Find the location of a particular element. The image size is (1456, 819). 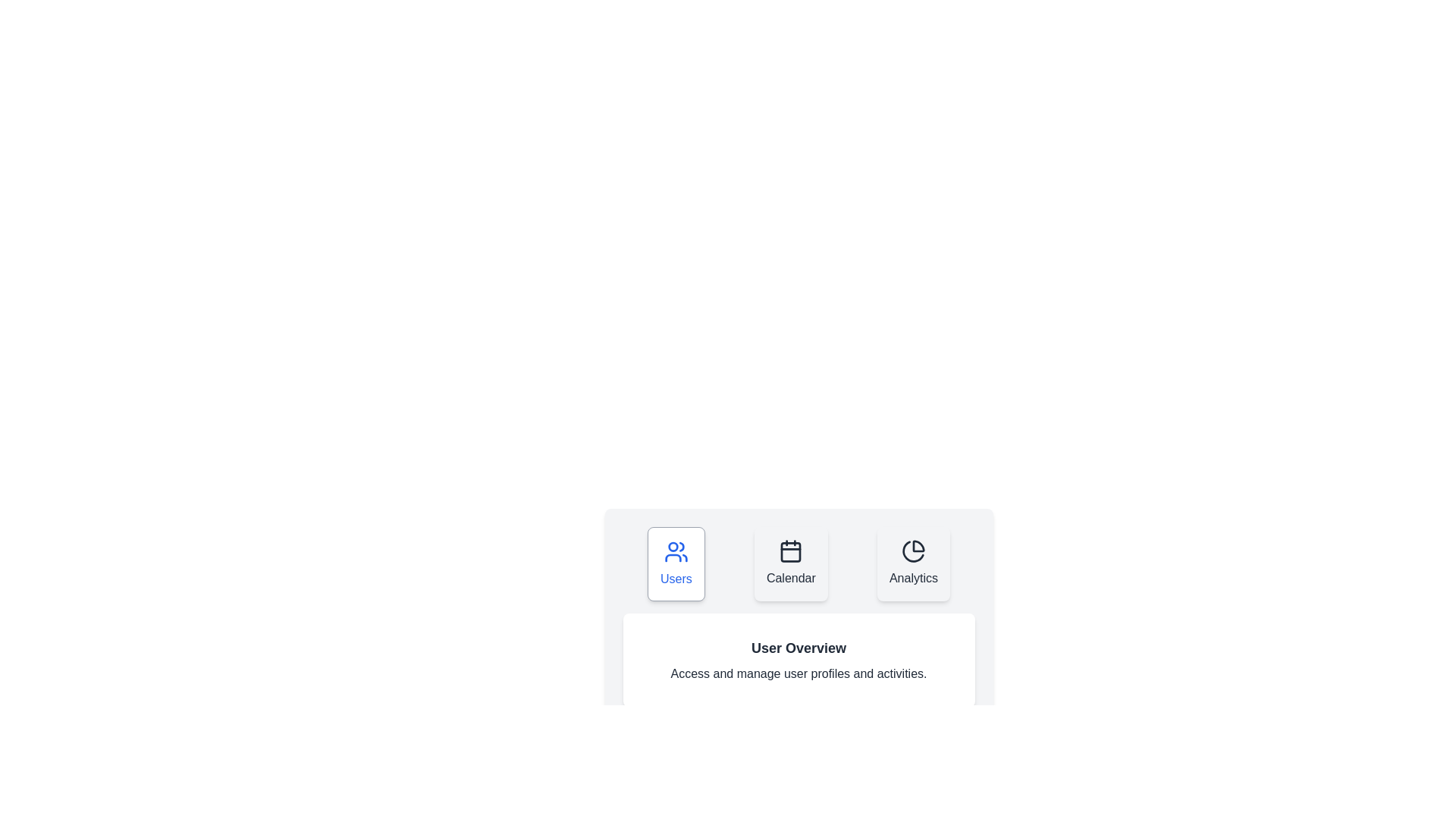

the pie chart icon, which is part of the 'Analytics' button, positioned as the third item in a horizontal row of user options is located at coordinates (912, 551).